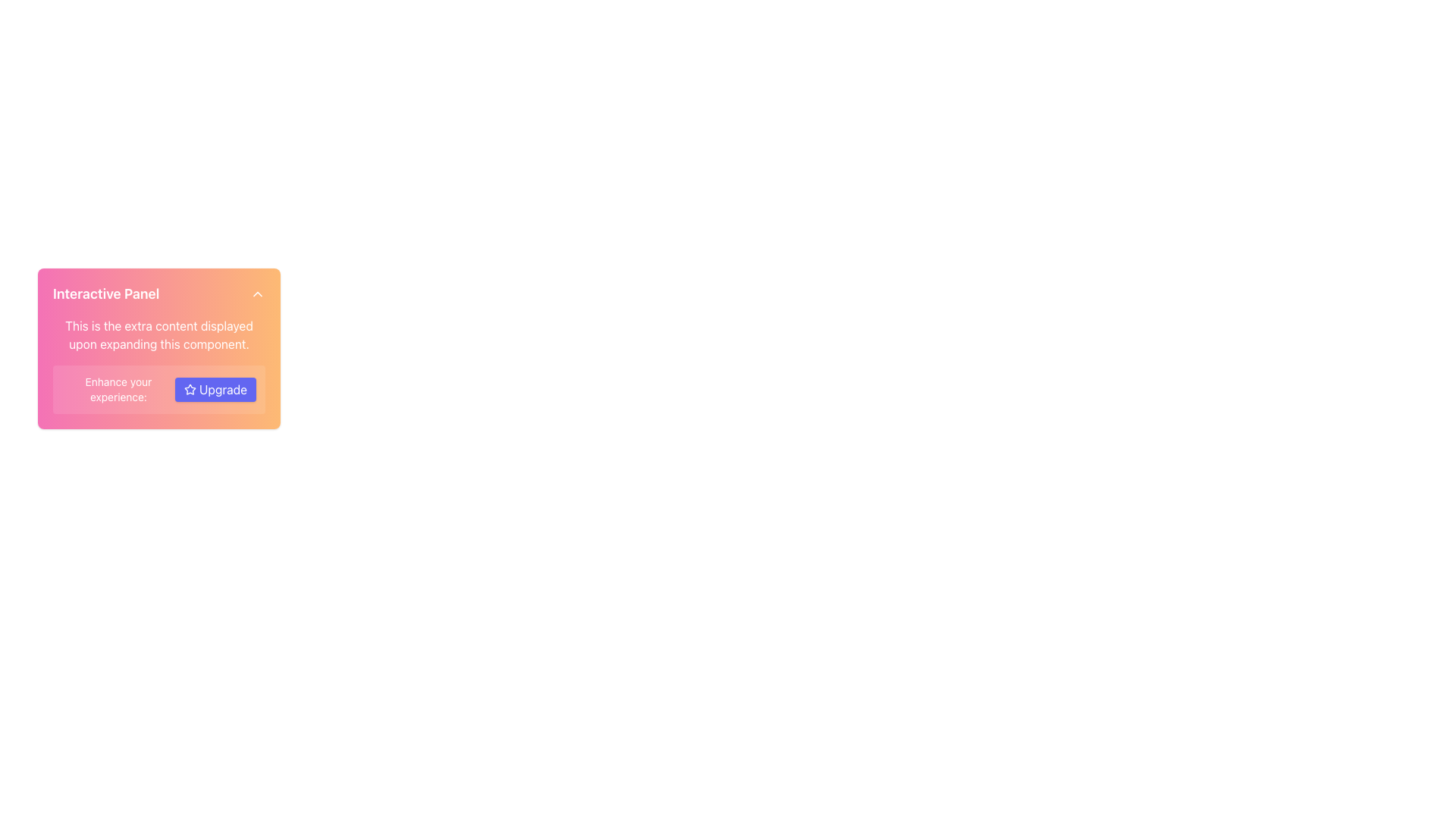 The height and width of the screenshot is (819, 1456). I want to click on the star icon located in the bottom right corner of the interactive panel, which is part of a visually structured layout with an orange and purple gradient design, so click(189, 388).